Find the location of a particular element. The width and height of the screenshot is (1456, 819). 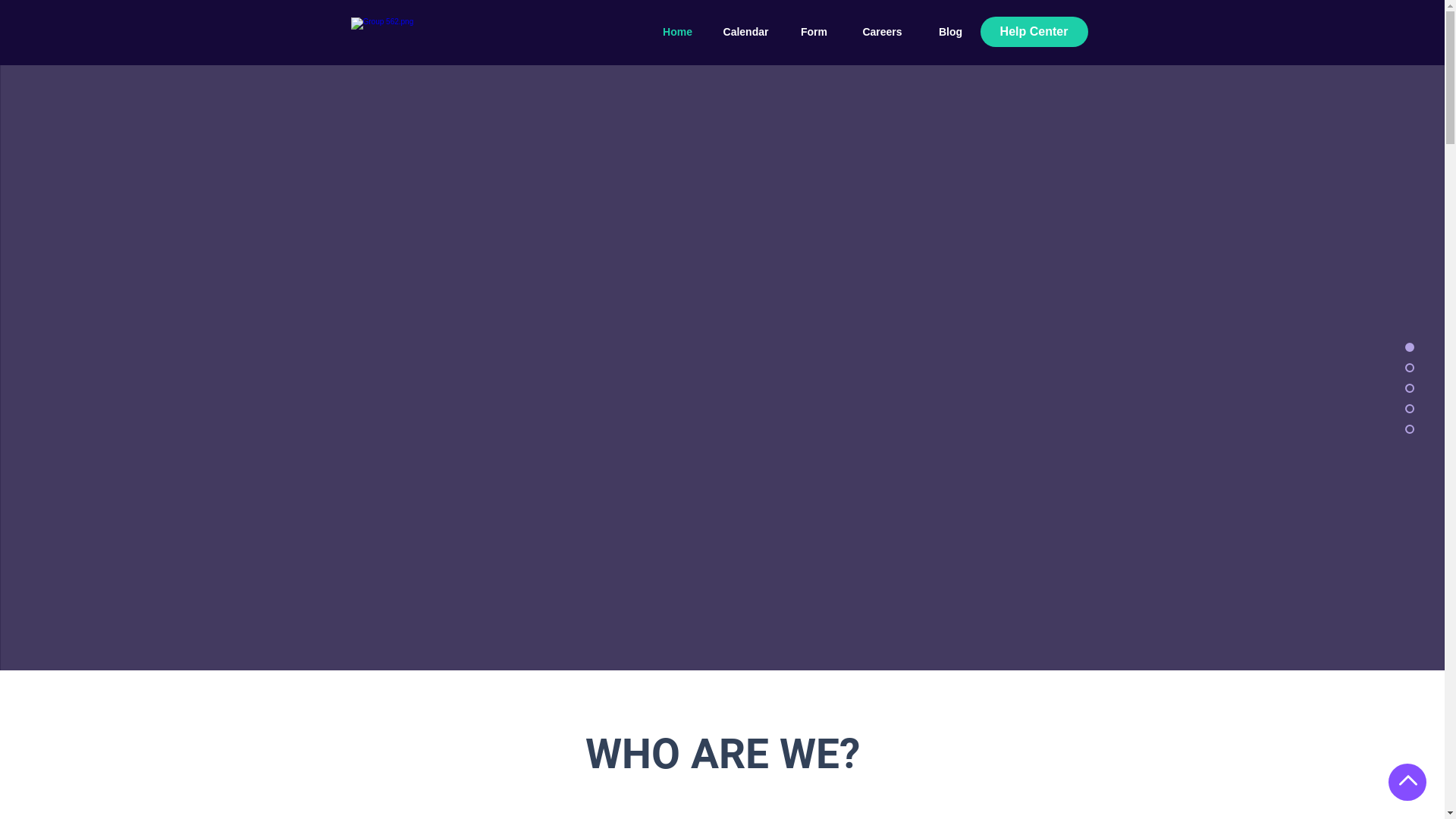

'Careers' is located at coordinates (881, 32).